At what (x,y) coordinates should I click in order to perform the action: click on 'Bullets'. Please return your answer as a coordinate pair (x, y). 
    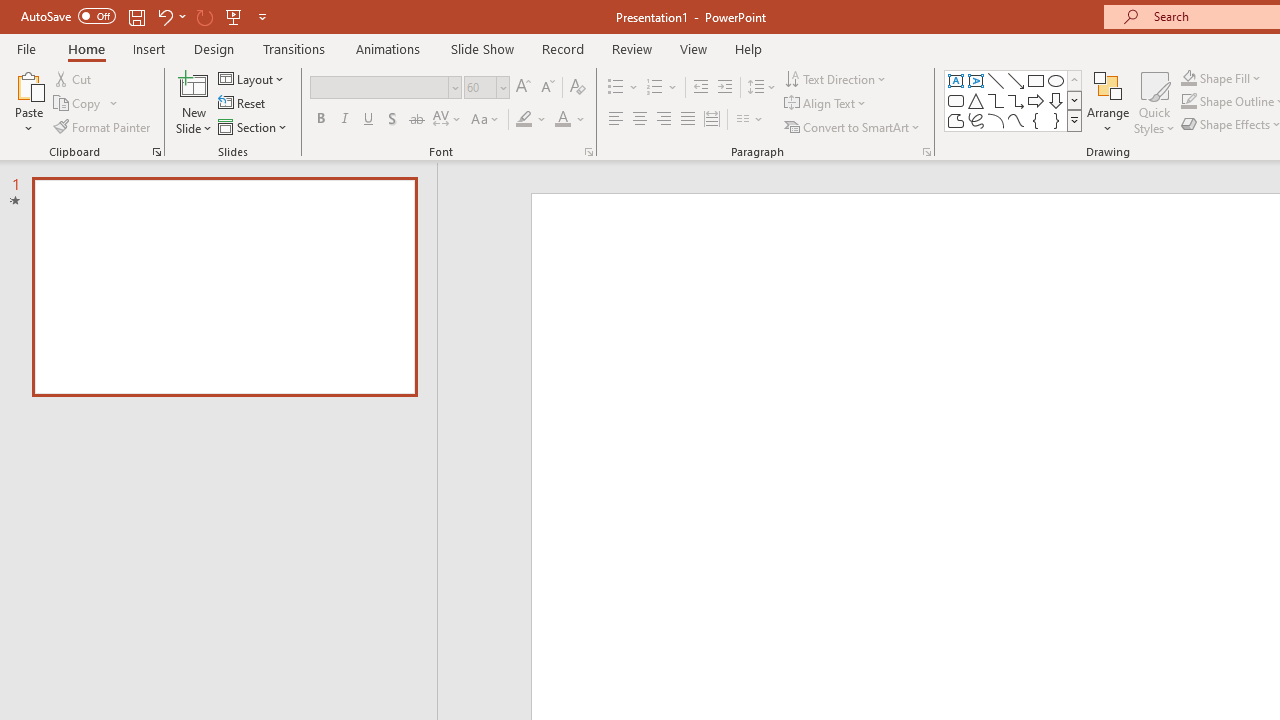
    Looking at the image, I should click on (623, 86).